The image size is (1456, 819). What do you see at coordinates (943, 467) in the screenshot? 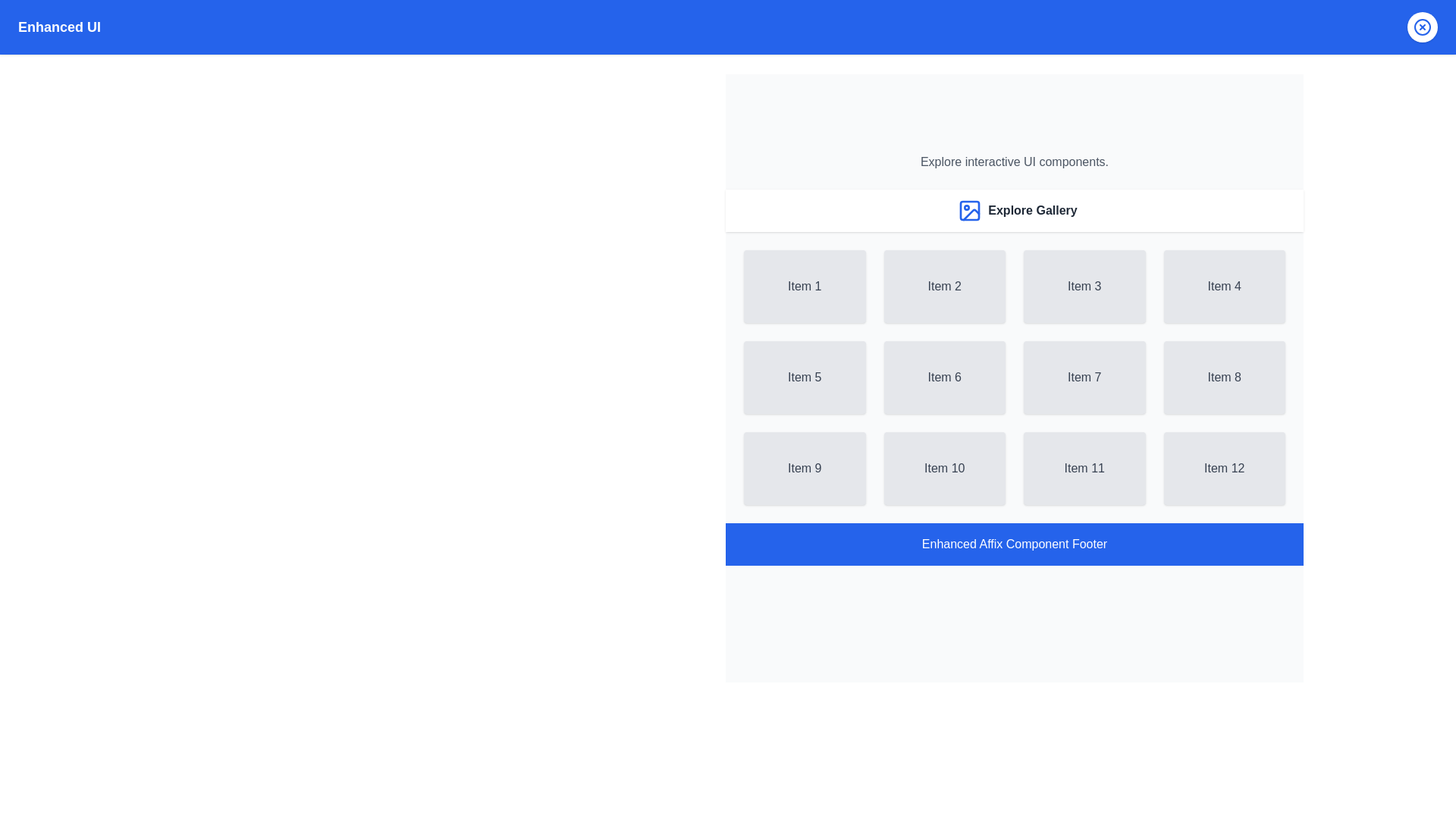
I see `the button-like grid item identified as 'Item 10' by navigating to it` at bounding box center [943, 467].